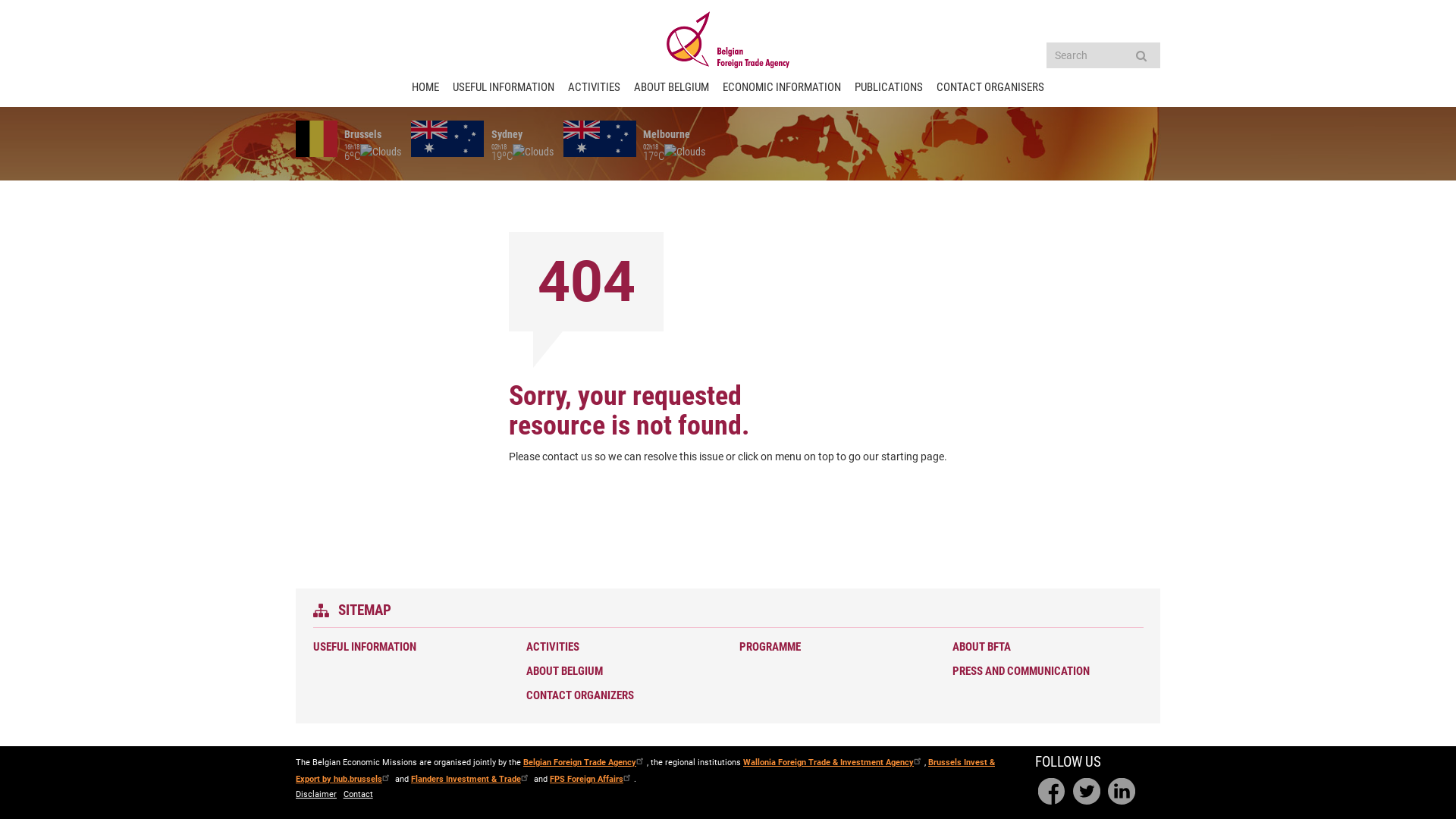 The height and width of the screenshot is (819, 1456). I want to click on 'USEFUL INFORMATION', so click(503, 87).